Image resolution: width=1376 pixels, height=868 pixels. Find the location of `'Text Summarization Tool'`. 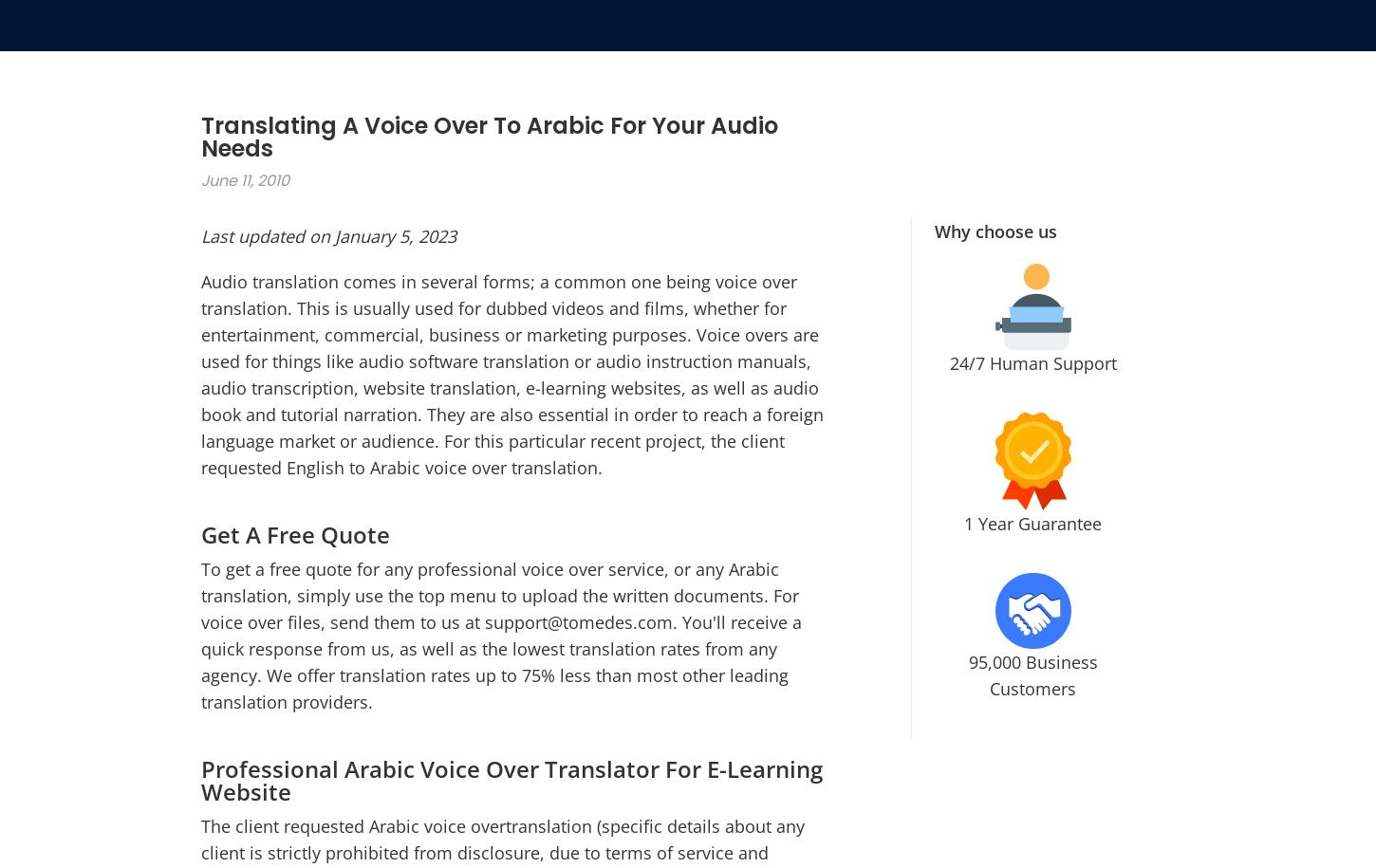

'Text Summarization Tool' is located at coordinates (543, 714).